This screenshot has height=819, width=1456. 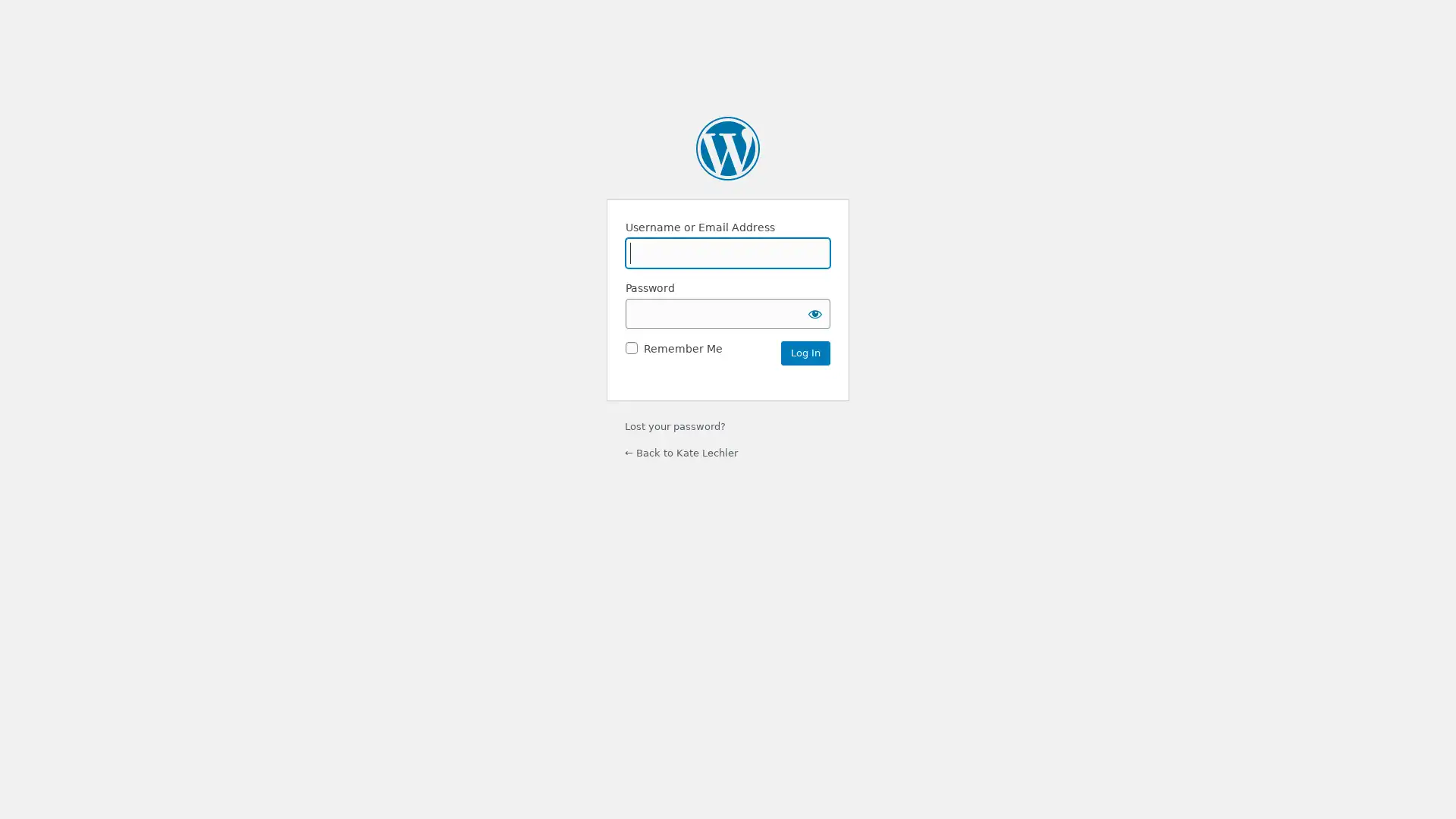 I want to click on Show password, so click(x=814, y=312).